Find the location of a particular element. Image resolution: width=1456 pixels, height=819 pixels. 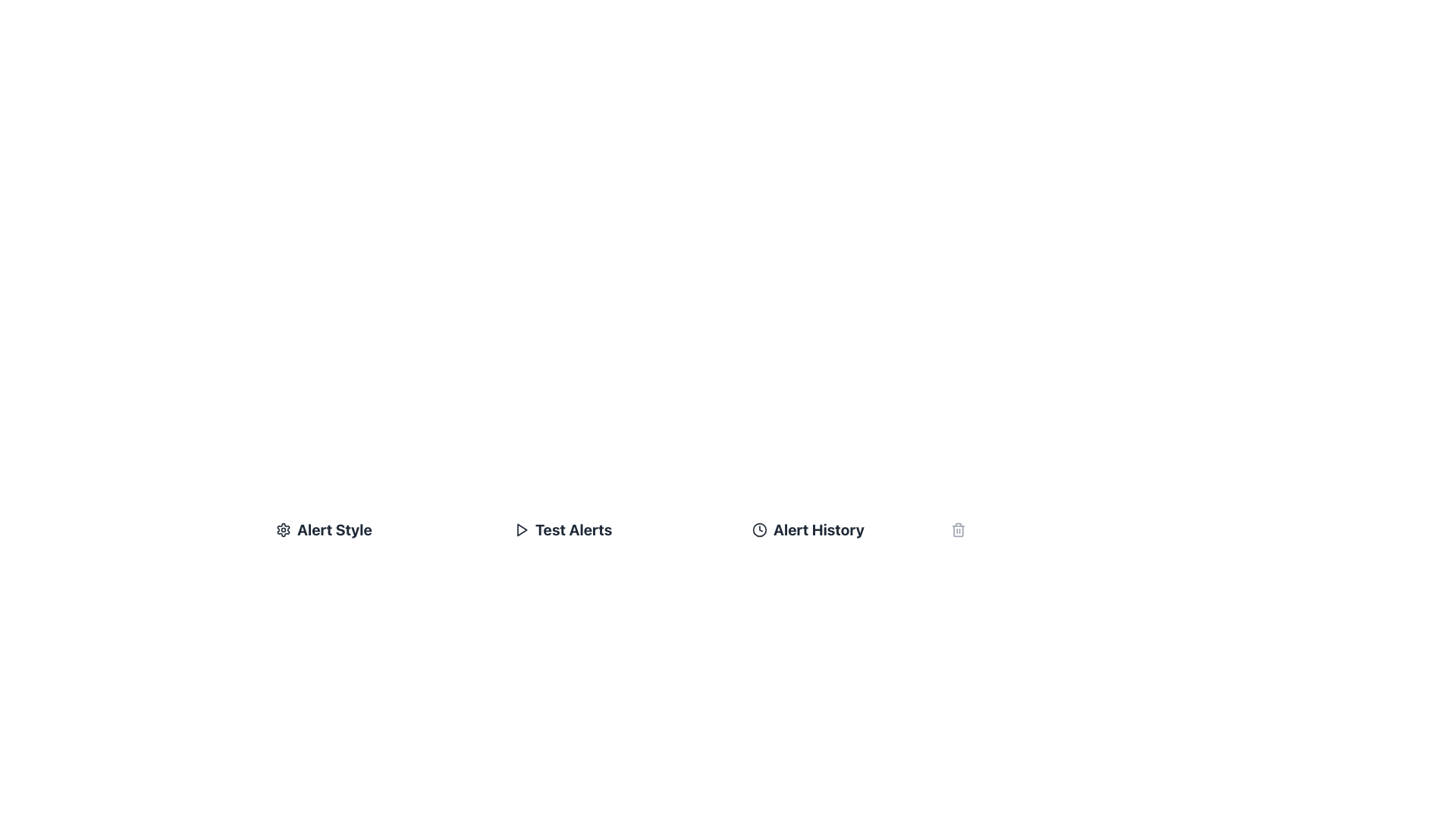

the triangular play-shaped icon embedded within a circular button, located in the center of the interface, slightly above the label 'Test Alerts' is located at coordinates (522, 529).